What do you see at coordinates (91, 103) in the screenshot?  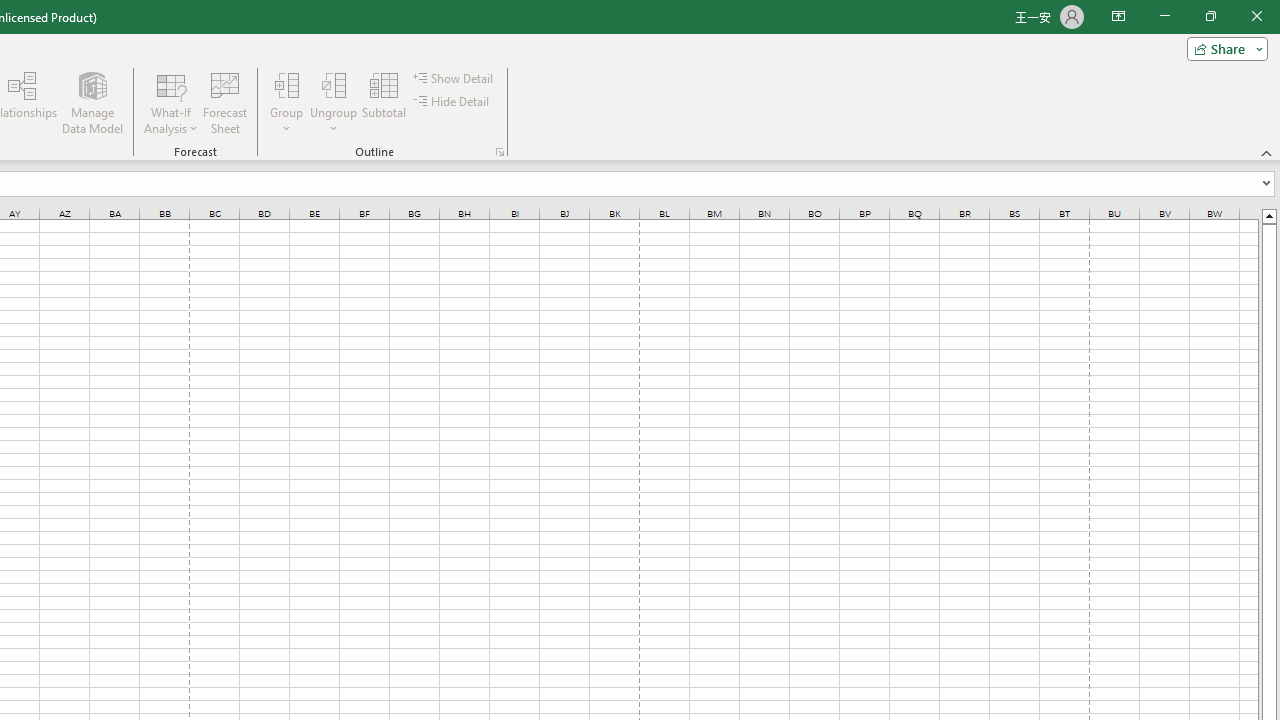 I see `'Manage Data Model'` at bounding box center [91, 103].